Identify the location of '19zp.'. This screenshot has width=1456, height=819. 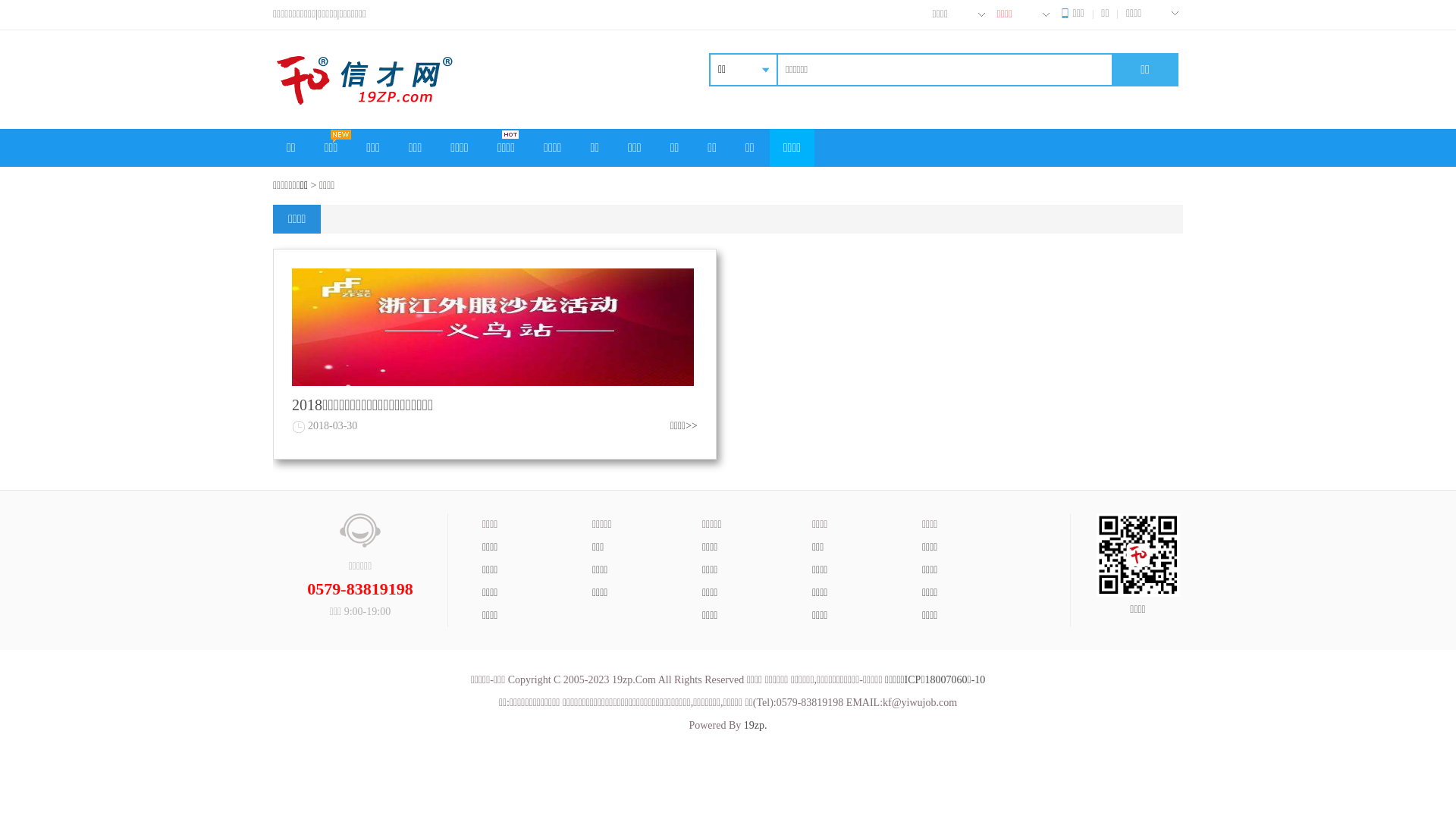
(743, 724).